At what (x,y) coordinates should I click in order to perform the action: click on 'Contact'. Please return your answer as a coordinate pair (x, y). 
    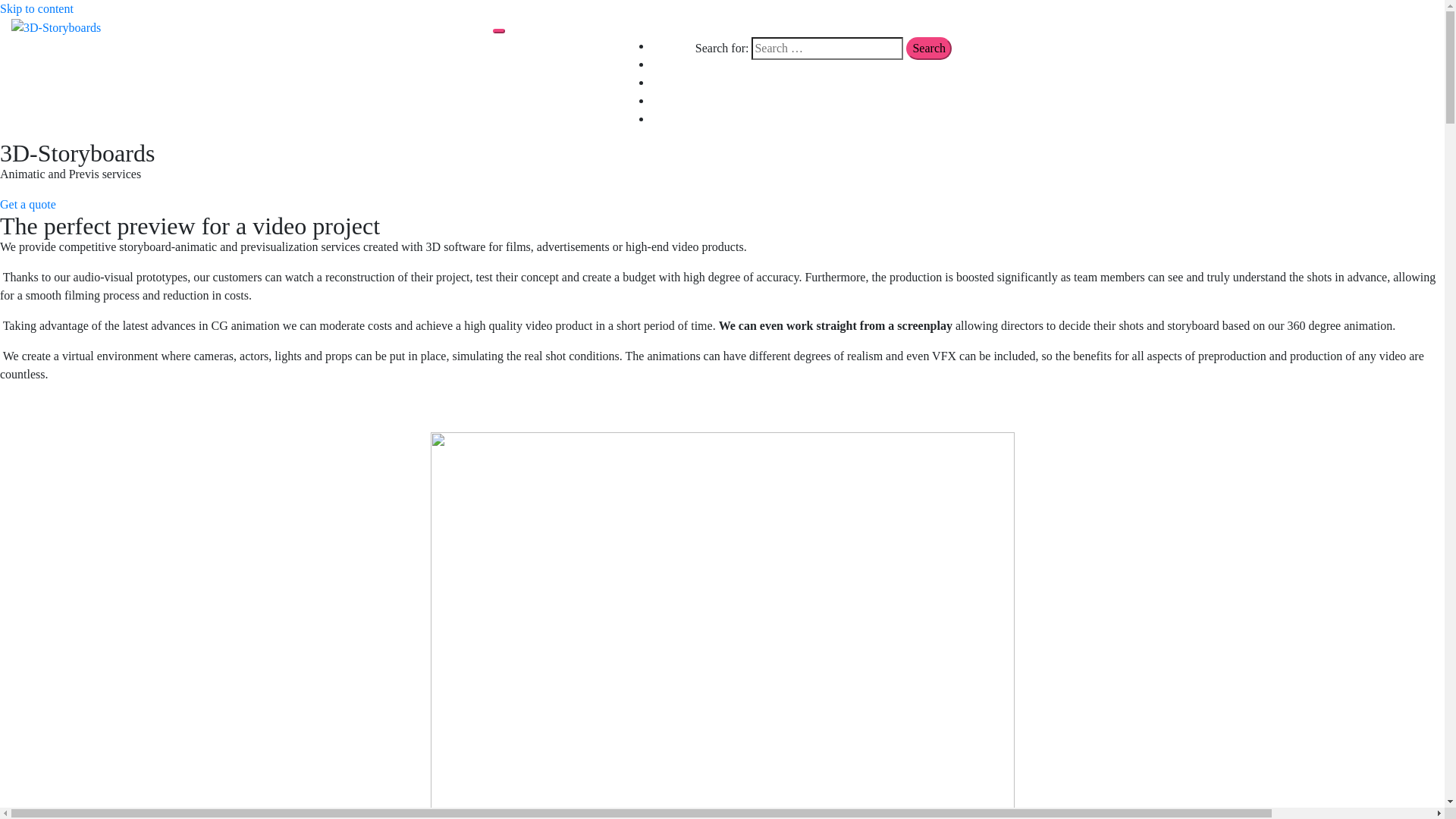
    Looking at the image, I should click on (669, 100).